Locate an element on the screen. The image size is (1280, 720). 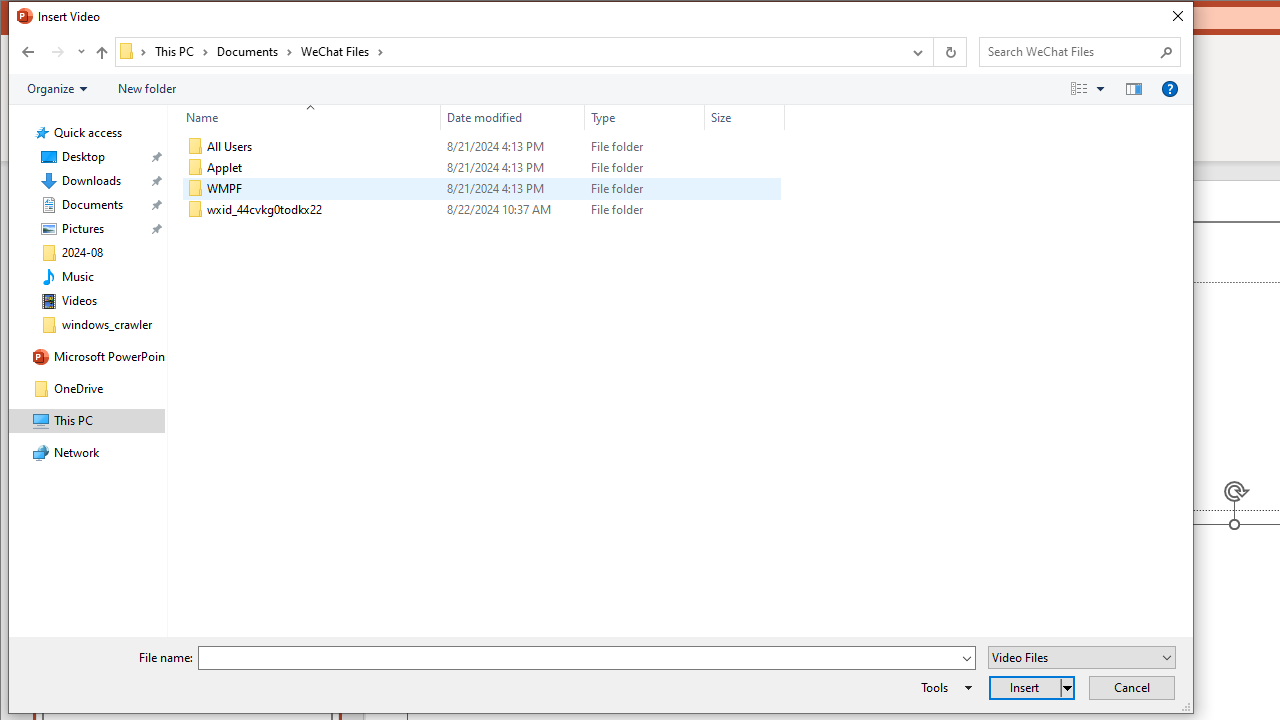
'Filter dropdown' is located at coordinates (775, 117).